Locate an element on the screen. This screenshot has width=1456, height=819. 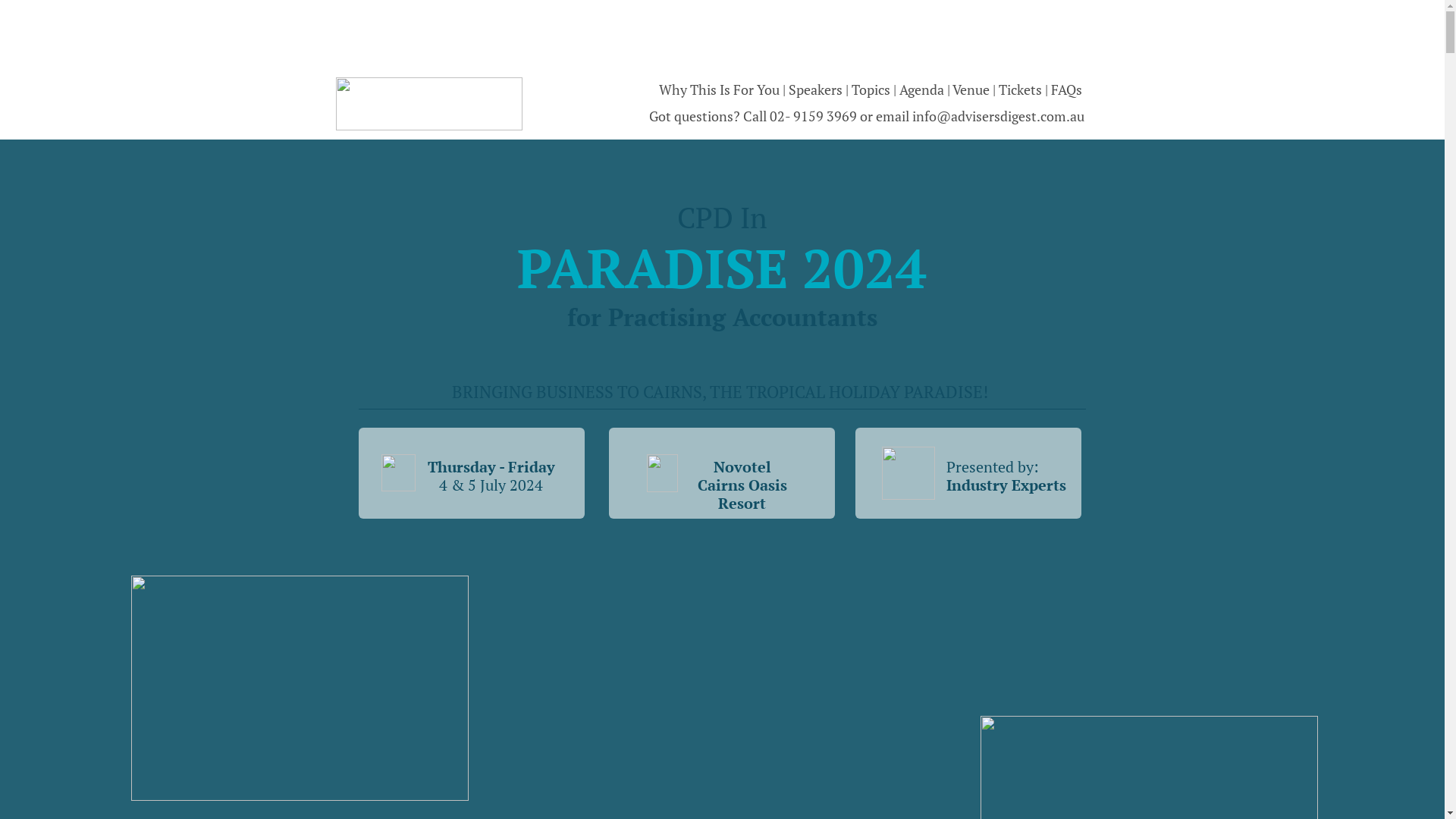
'Why This Is For You' is located at coordinates (717, 89).